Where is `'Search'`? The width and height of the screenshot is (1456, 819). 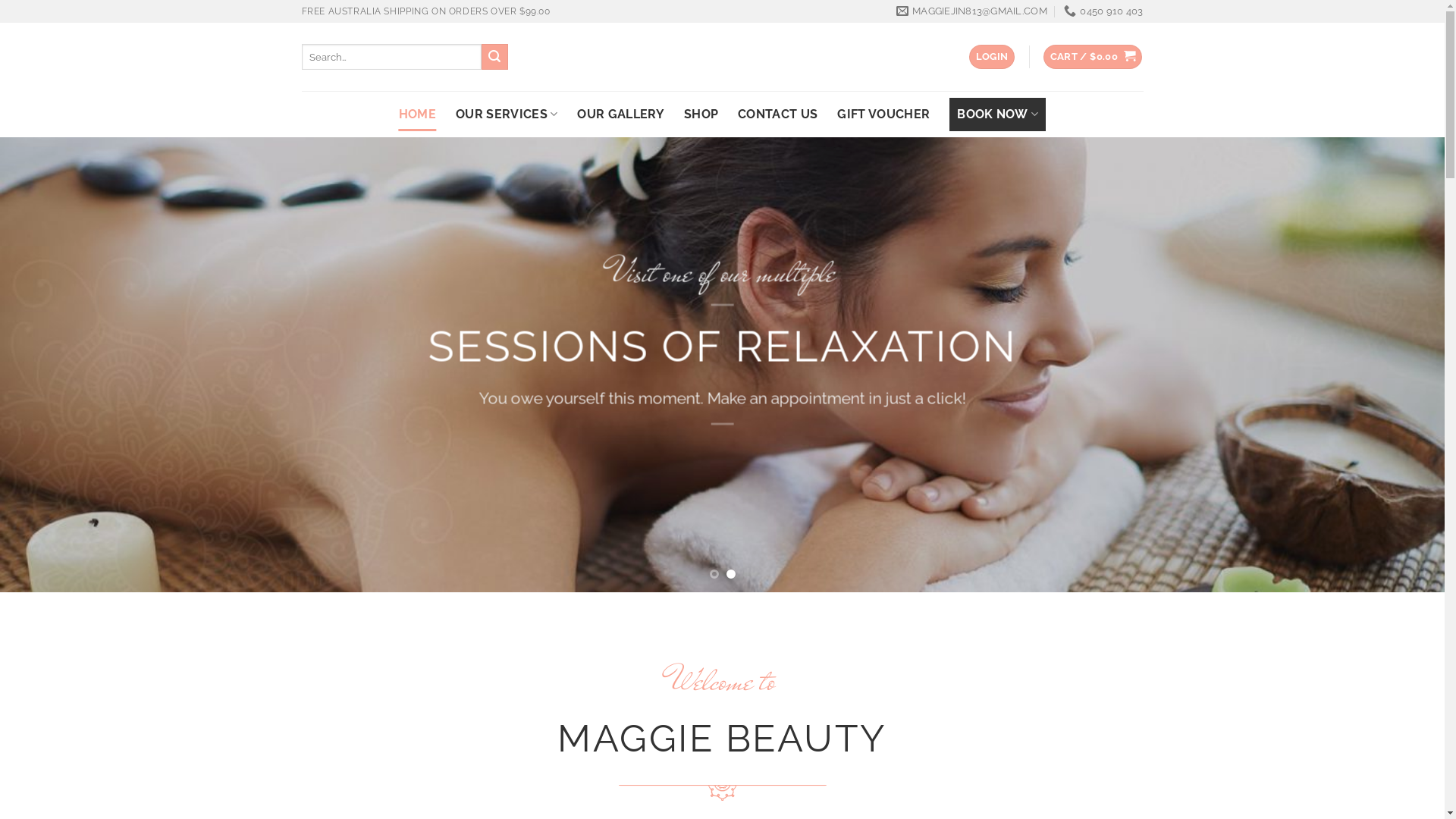
'Search' is located at coordinates (494, 55).